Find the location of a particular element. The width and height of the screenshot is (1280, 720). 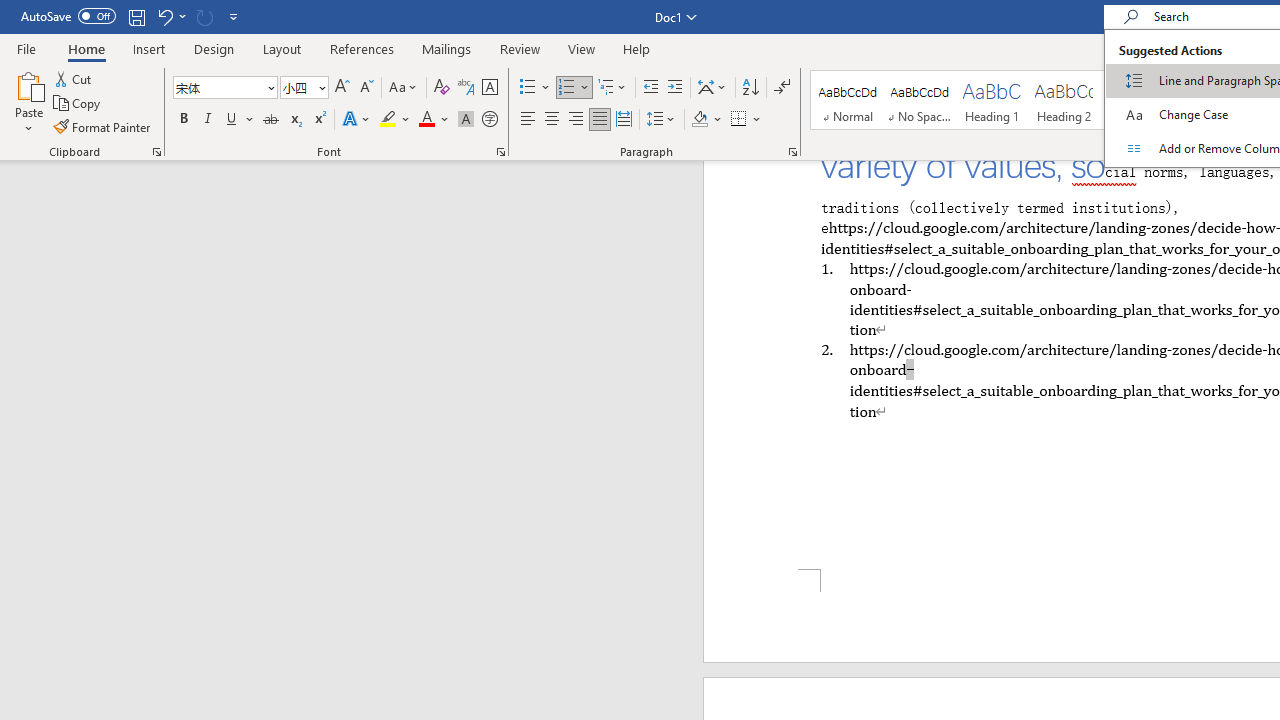

'File Tab' is located at coordinates (26, 47).